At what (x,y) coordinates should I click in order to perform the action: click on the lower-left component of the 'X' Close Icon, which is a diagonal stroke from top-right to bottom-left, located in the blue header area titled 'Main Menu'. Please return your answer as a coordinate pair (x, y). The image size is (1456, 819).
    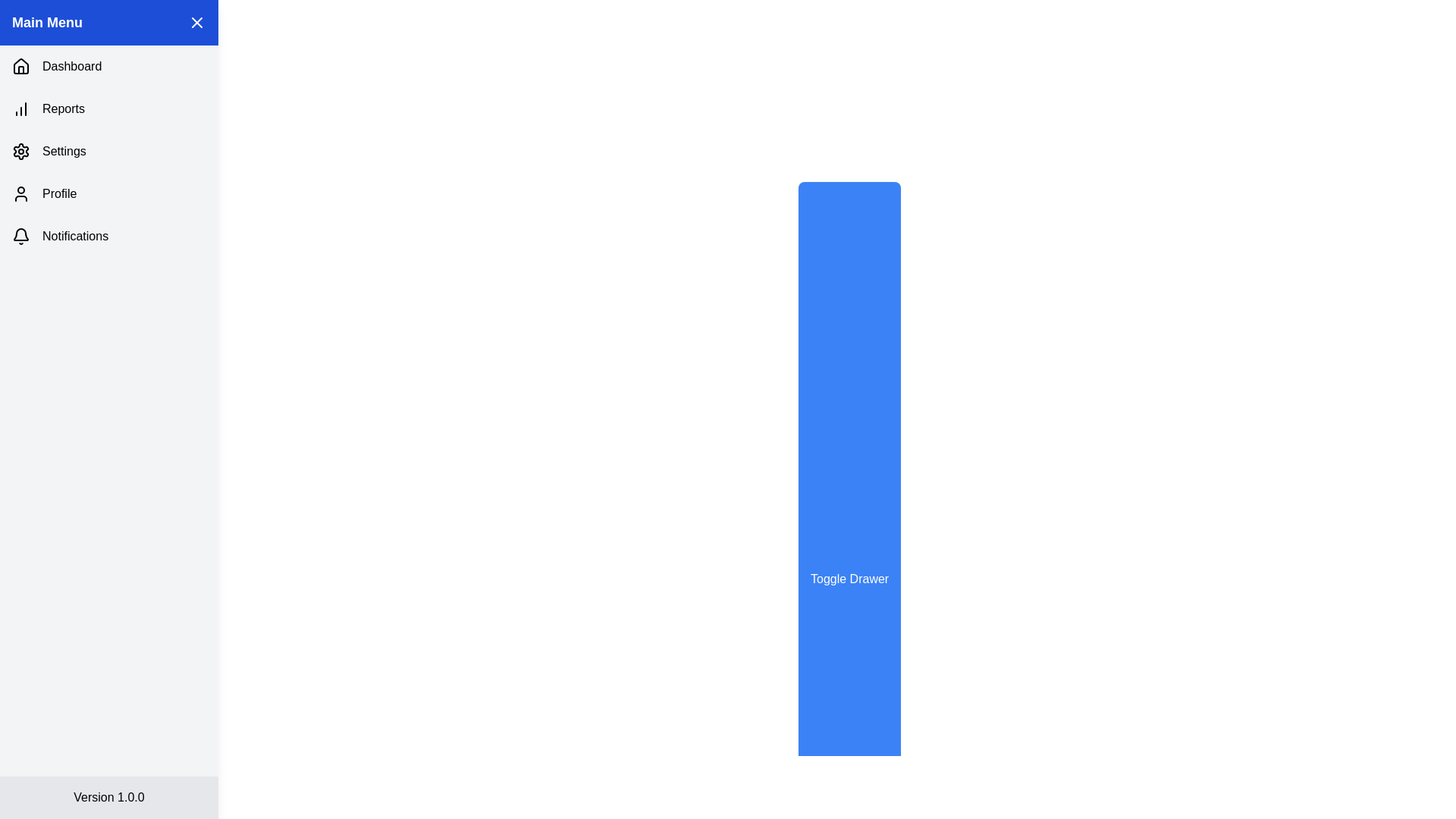
    Looking at the image, I should click on (196, 23).